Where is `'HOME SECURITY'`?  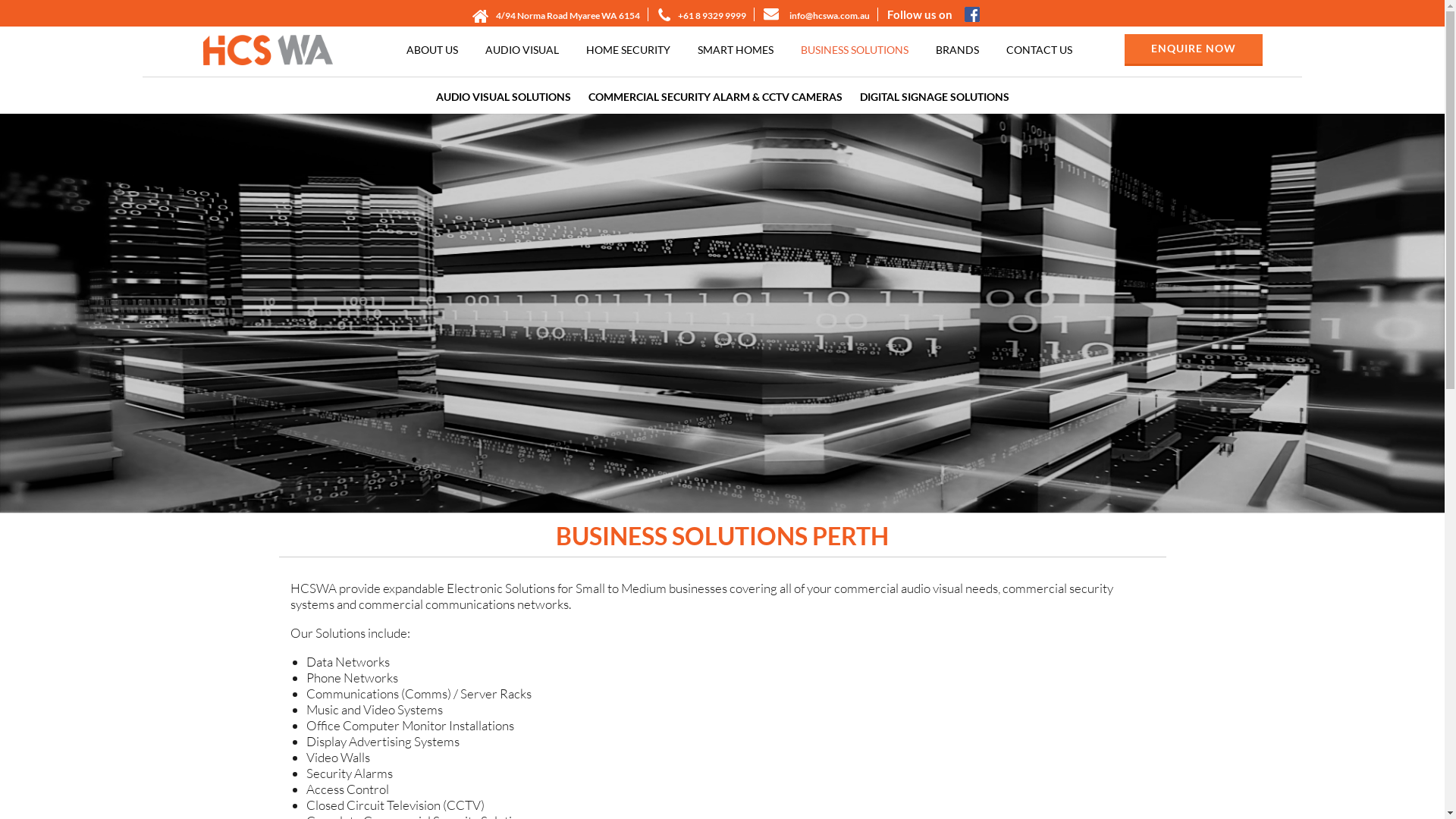
'HOME SECURITY' is located at coordinates (628, 49).